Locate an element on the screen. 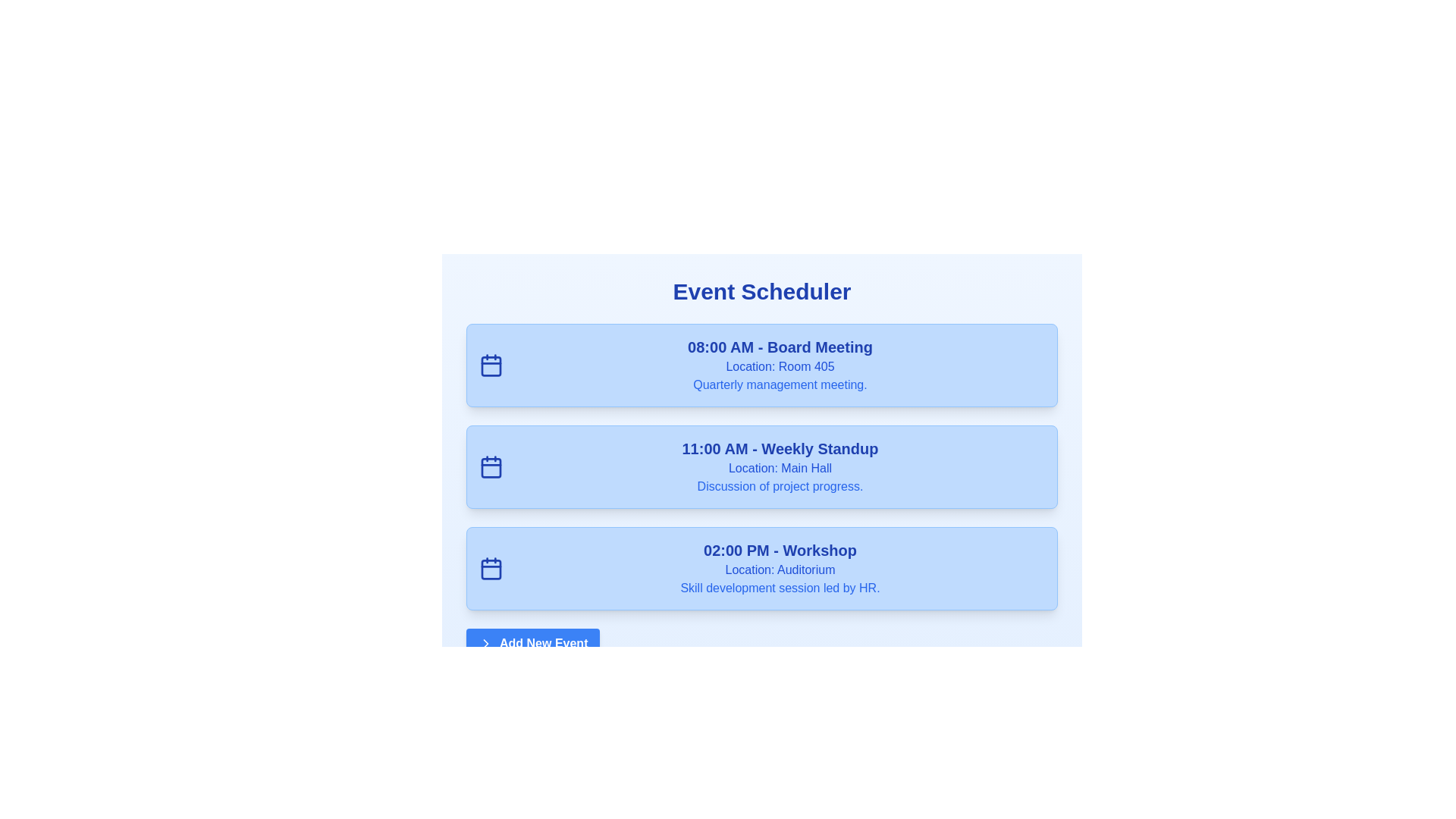 Image resolution: width=1456 pixels, height=819 pixels. the calendar icon with bold blue strokes, which is located at the top-left corner of the event card for '02:00 PM - Workshop' is located at coordinates (491, 568).